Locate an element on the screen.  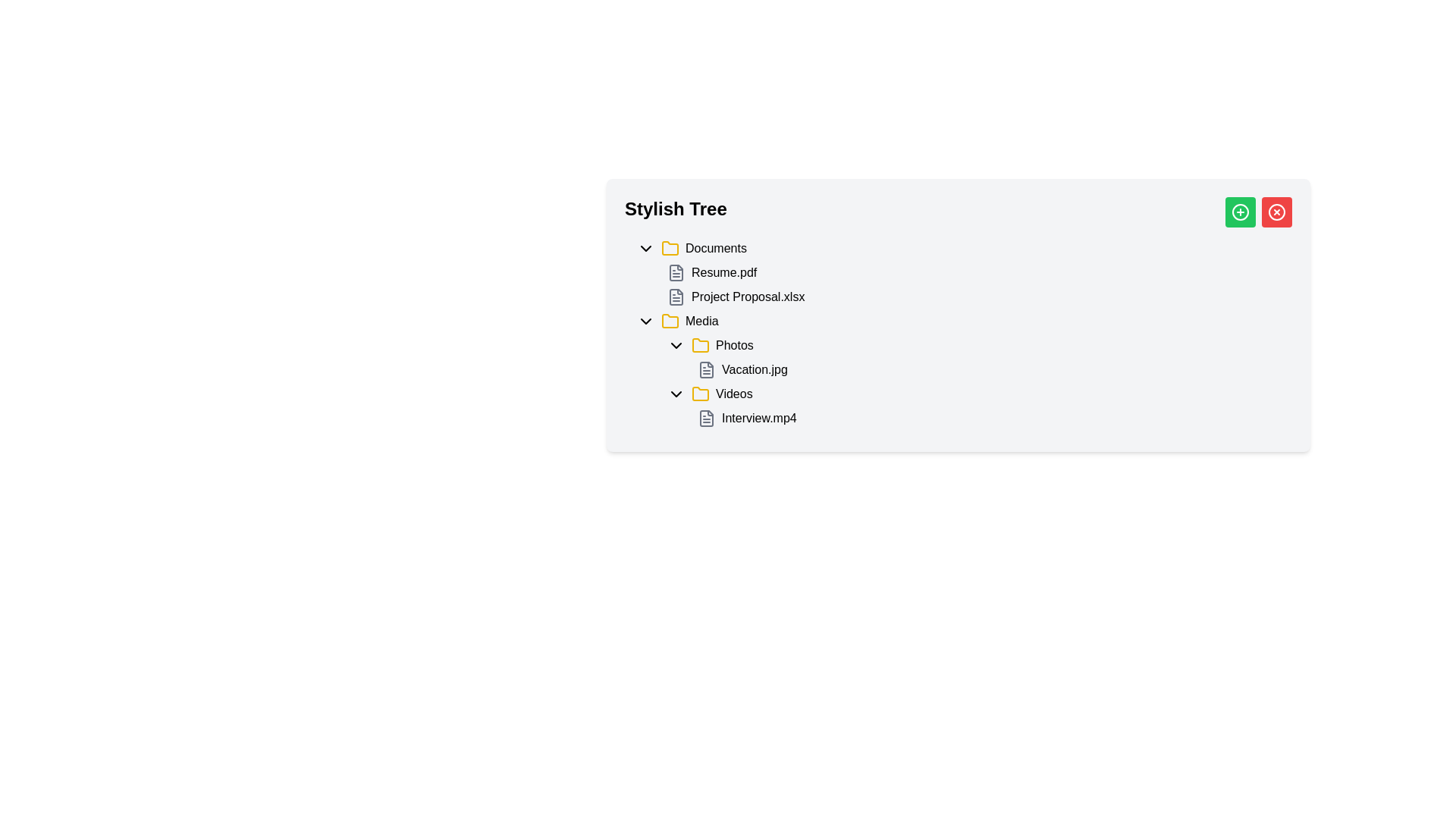
the interactive button located in the top-right corner of the gray panel, adjacent is located at coordinates (1241, 212).